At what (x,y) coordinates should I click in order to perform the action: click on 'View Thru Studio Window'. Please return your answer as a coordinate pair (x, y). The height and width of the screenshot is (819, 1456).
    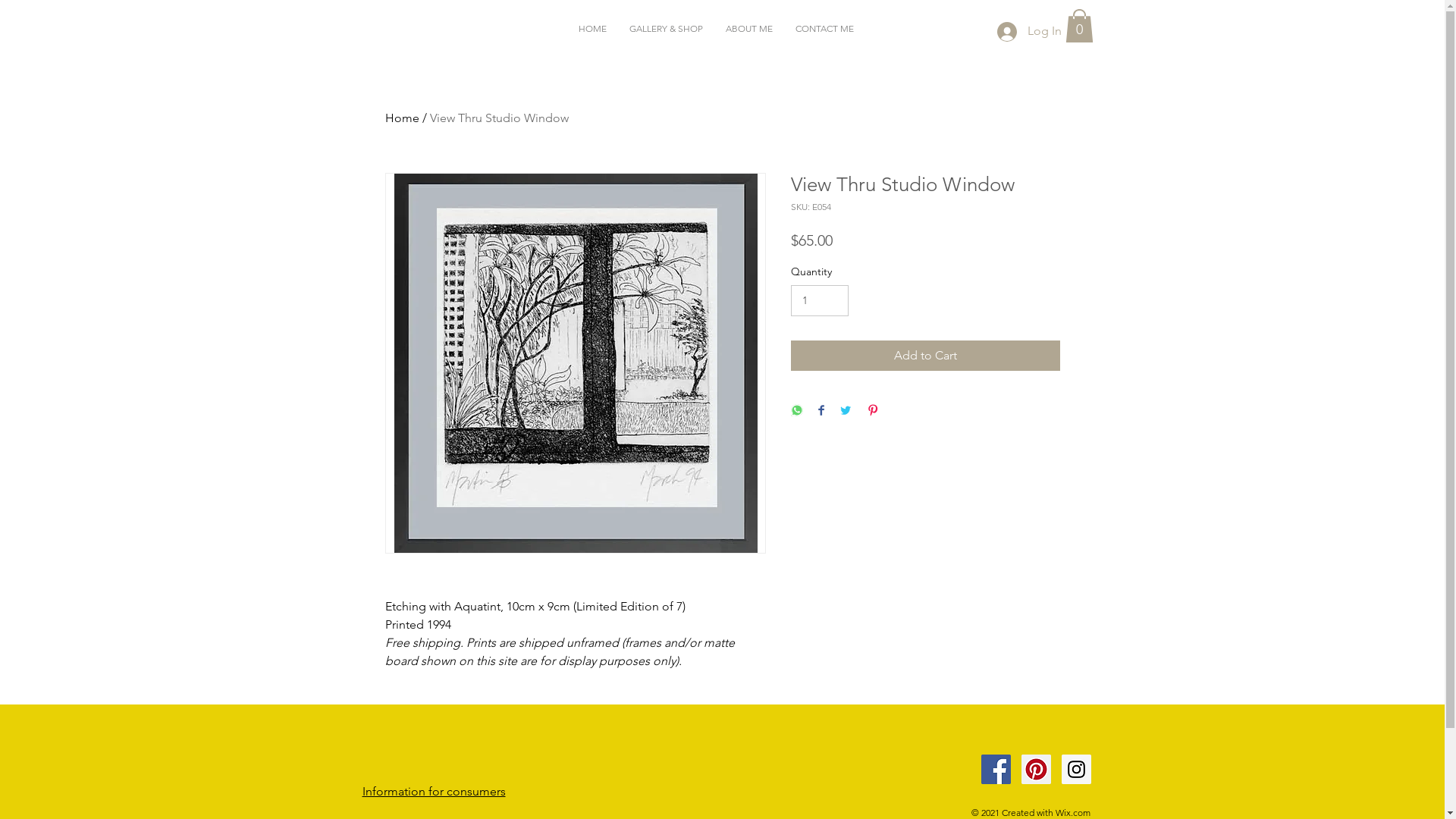
    Looking at the image, I should click on (428, 117).